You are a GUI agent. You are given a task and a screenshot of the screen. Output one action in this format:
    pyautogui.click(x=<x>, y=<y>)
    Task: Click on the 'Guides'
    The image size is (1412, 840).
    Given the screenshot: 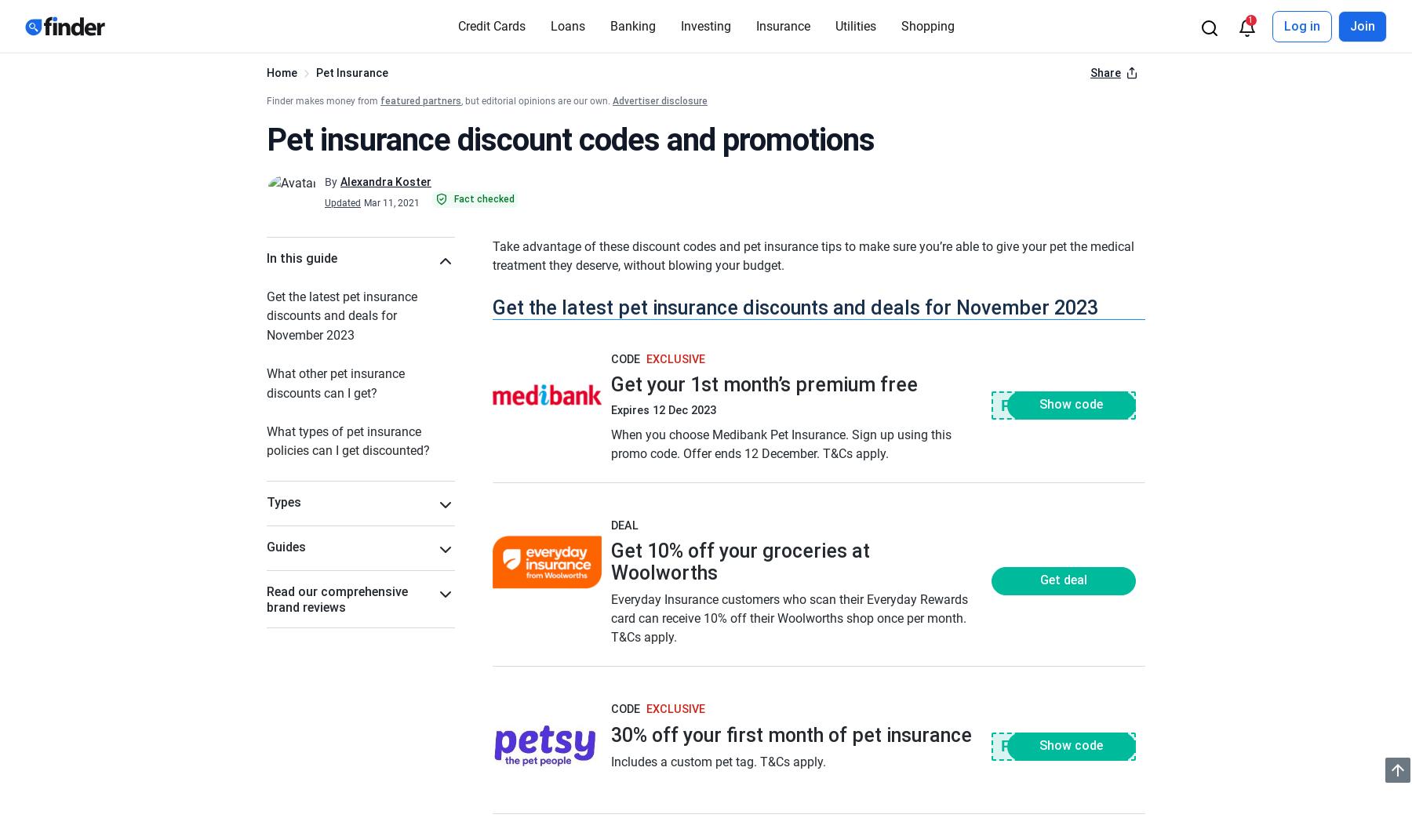 What is the action you would take?
    pyautogui.click(x=286, y=547)
    